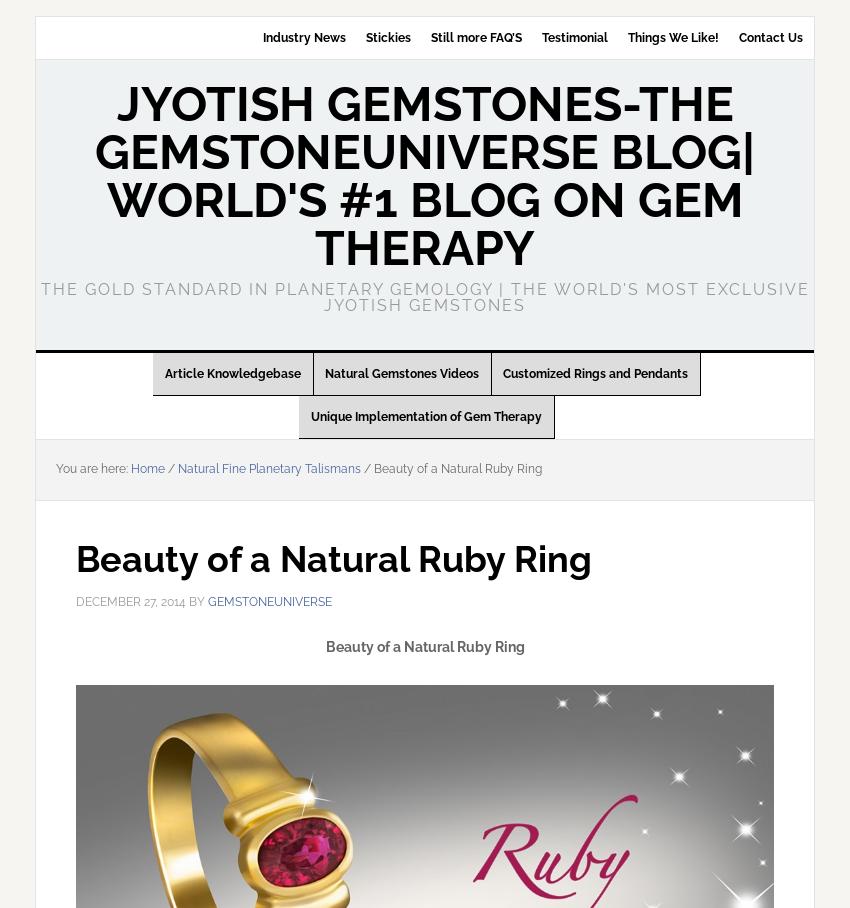 This screenshot has width=850, height=908. What do you see at coordinates (595, 374) in the screenshot?
I see `'Customized Rings and Pendants'` at bounding box center [595, 374].